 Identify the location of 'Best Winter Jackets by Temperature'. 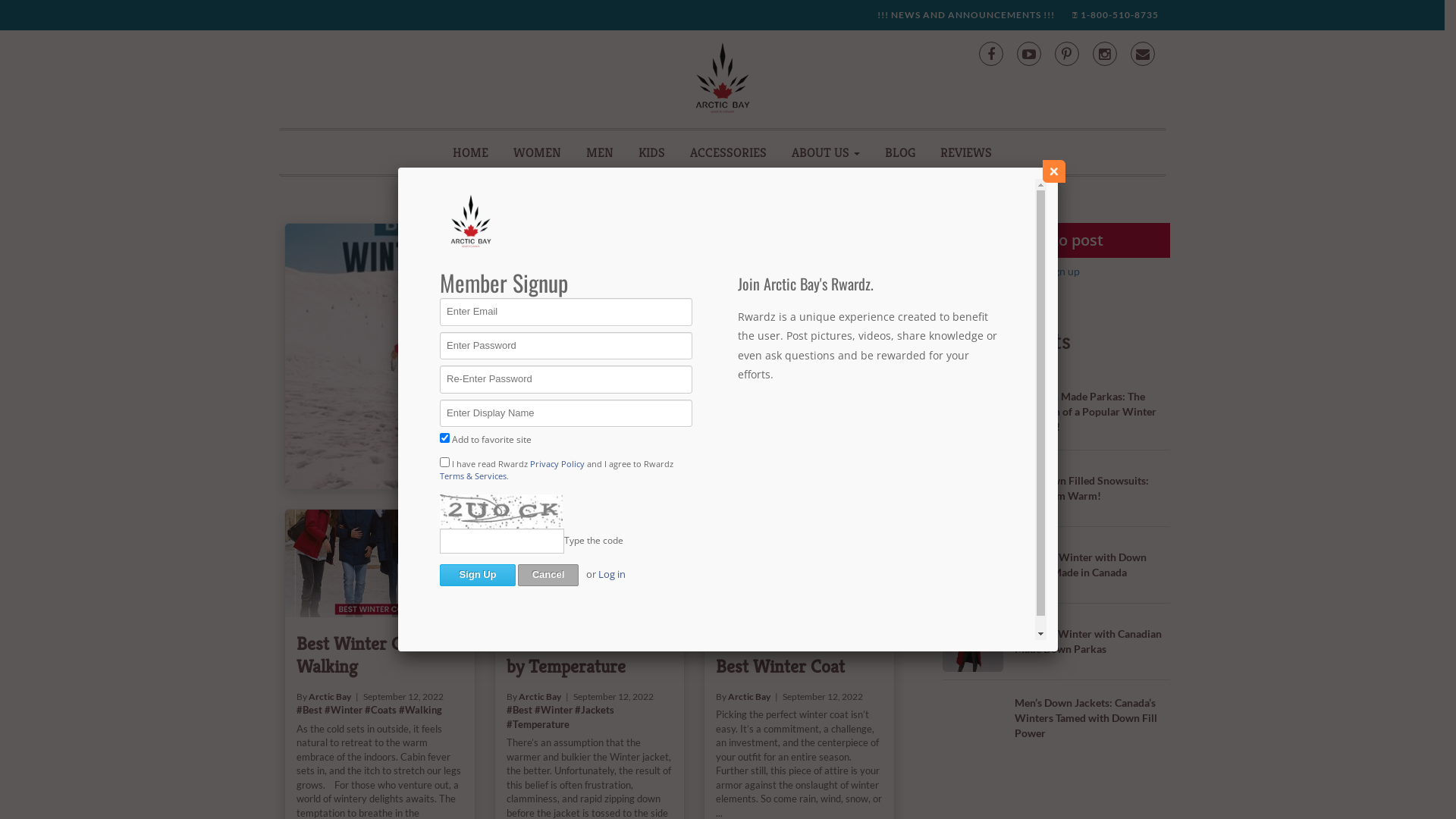
(580, 654).